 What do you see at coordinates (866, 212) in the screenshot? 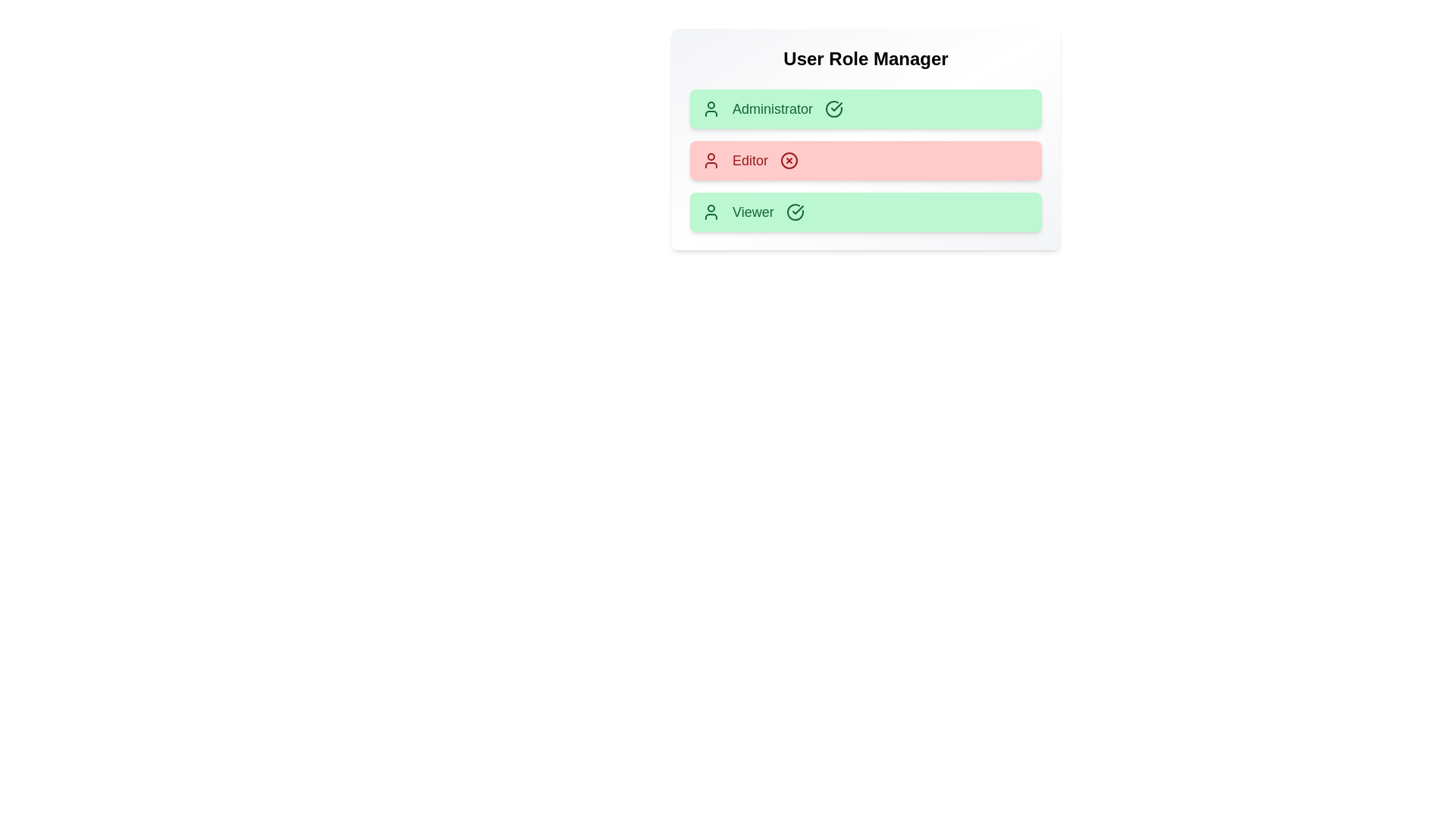
I see `the role Viewer by clicking on its corresponding area` at bounding box center [866, 212].